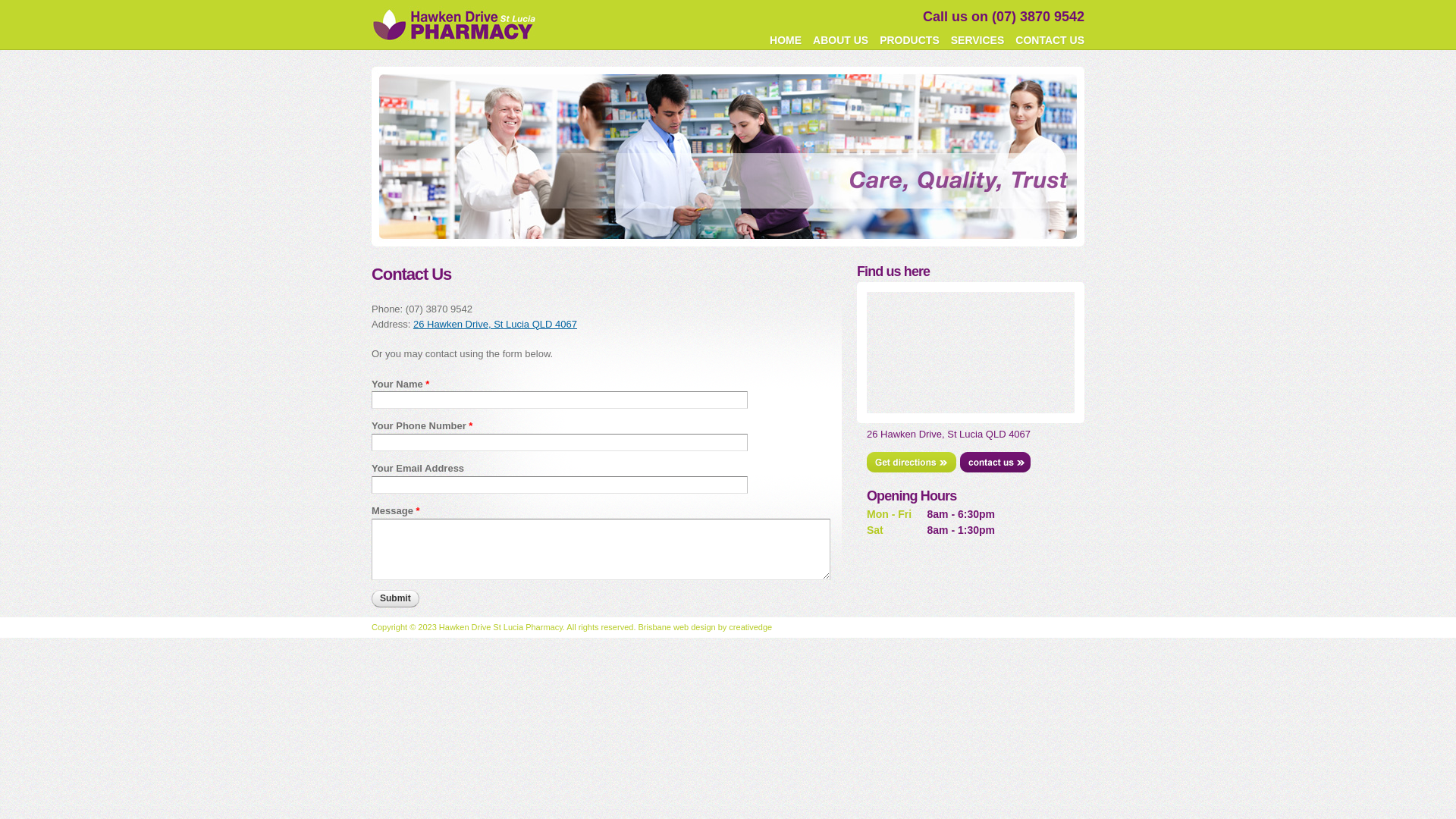 The width and height of the screenshot is (1456, 819). I want to click on 'Contact us', so click(995, 461).